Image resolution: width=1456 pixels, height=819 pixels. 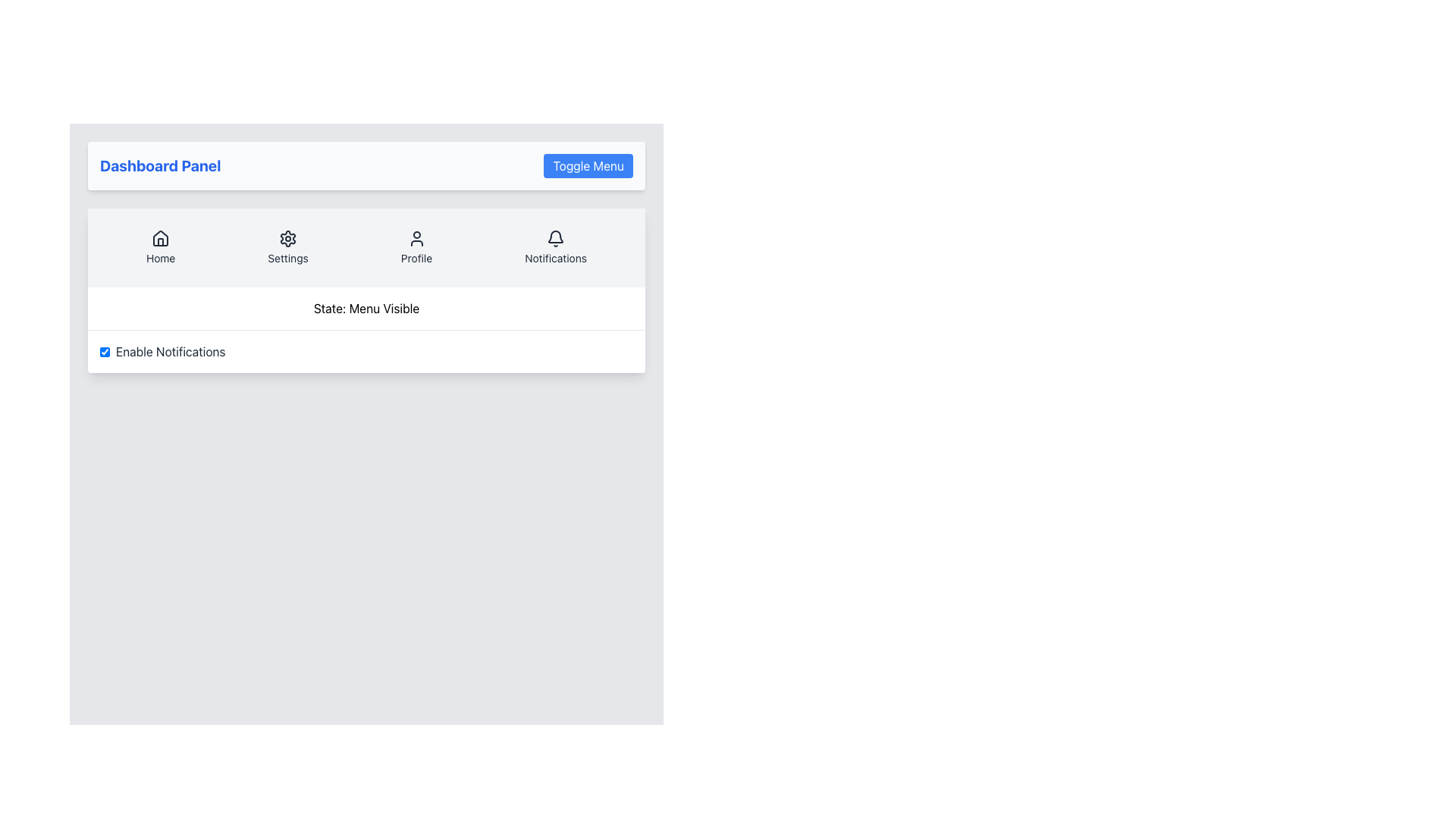 What do you see at coordinates (160, 166) in the screenshot?
I see `the static label or heading at the top-left corner of the panel, which indicates the title or purpose of the panel below` at bounding box center [160, 166].